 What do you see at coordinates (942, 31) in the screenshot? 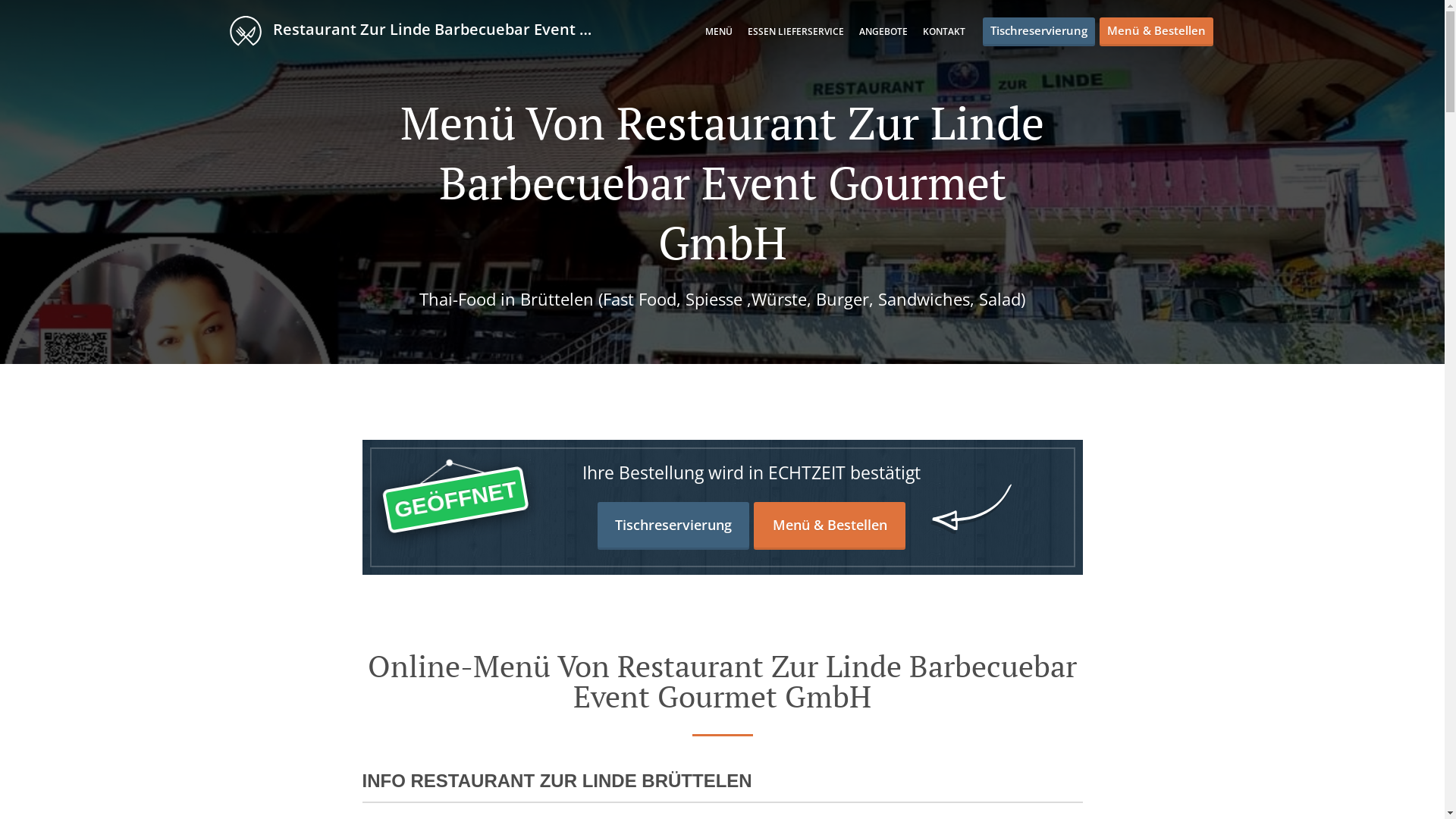
I see `'KONTAKT'` at bounding box center [942, 31].